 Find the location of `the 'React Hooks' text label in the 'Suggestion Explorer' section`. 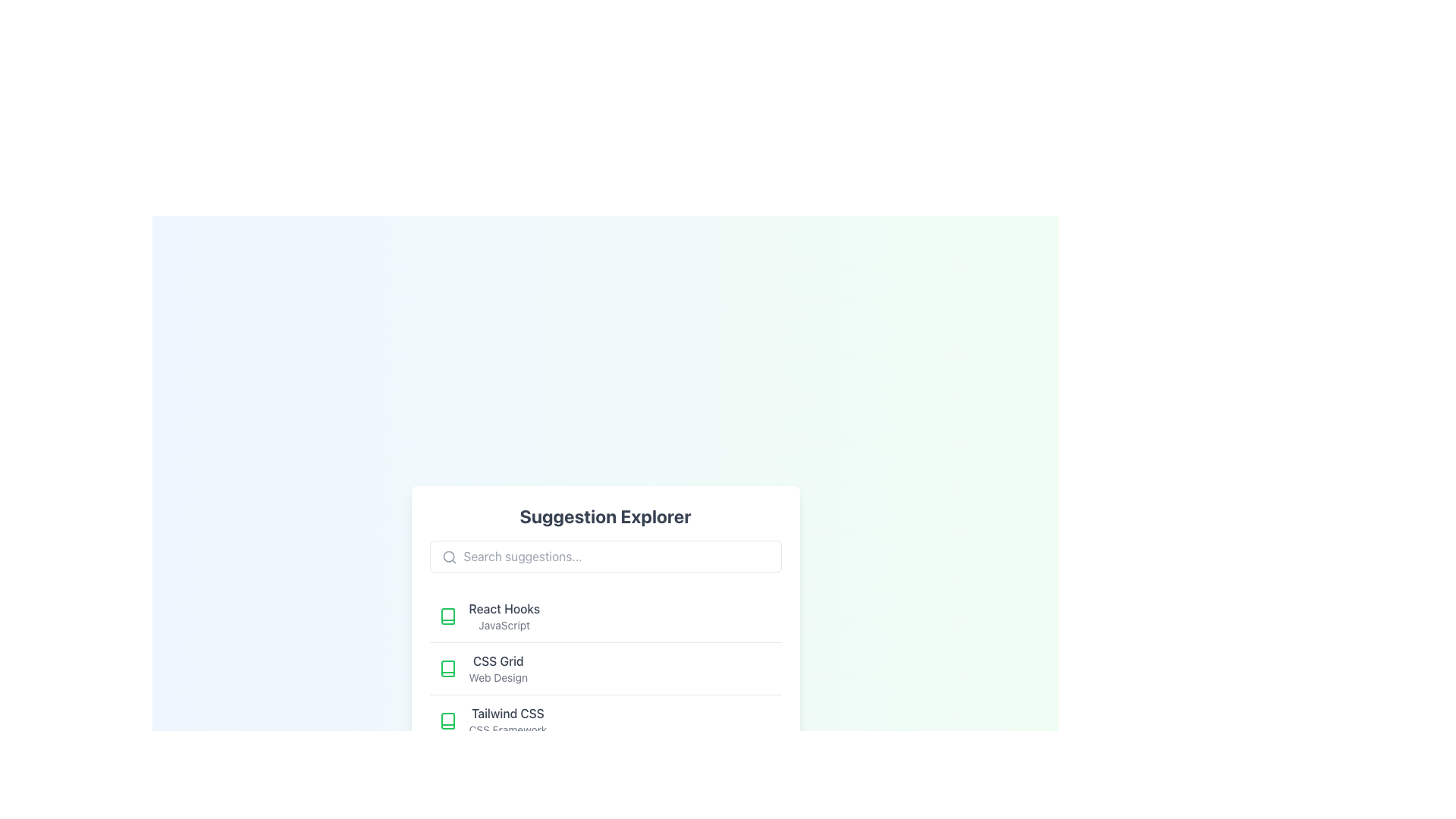

the 'React Hooks' text label in the 'Suggestion Explorer' section is located at coordinates (504, 617).